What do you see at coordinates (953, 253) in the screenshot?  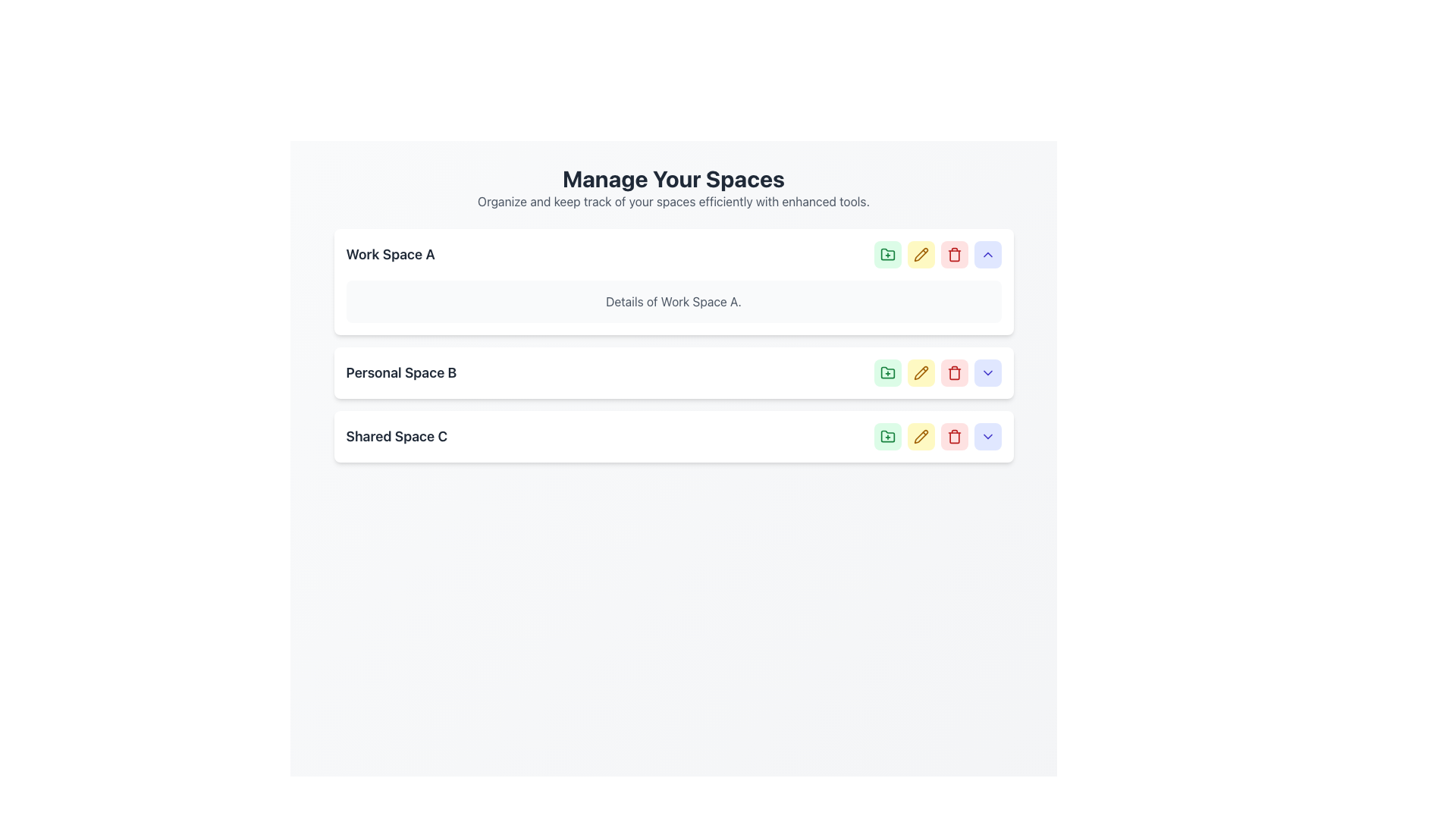 I see `the Trash Bin icon, which represents the 'Delete space' action, located as the third button in the action set of the first workspace section, adjacent to the edit button and below the collapse button` at bounding box center [953, 253].